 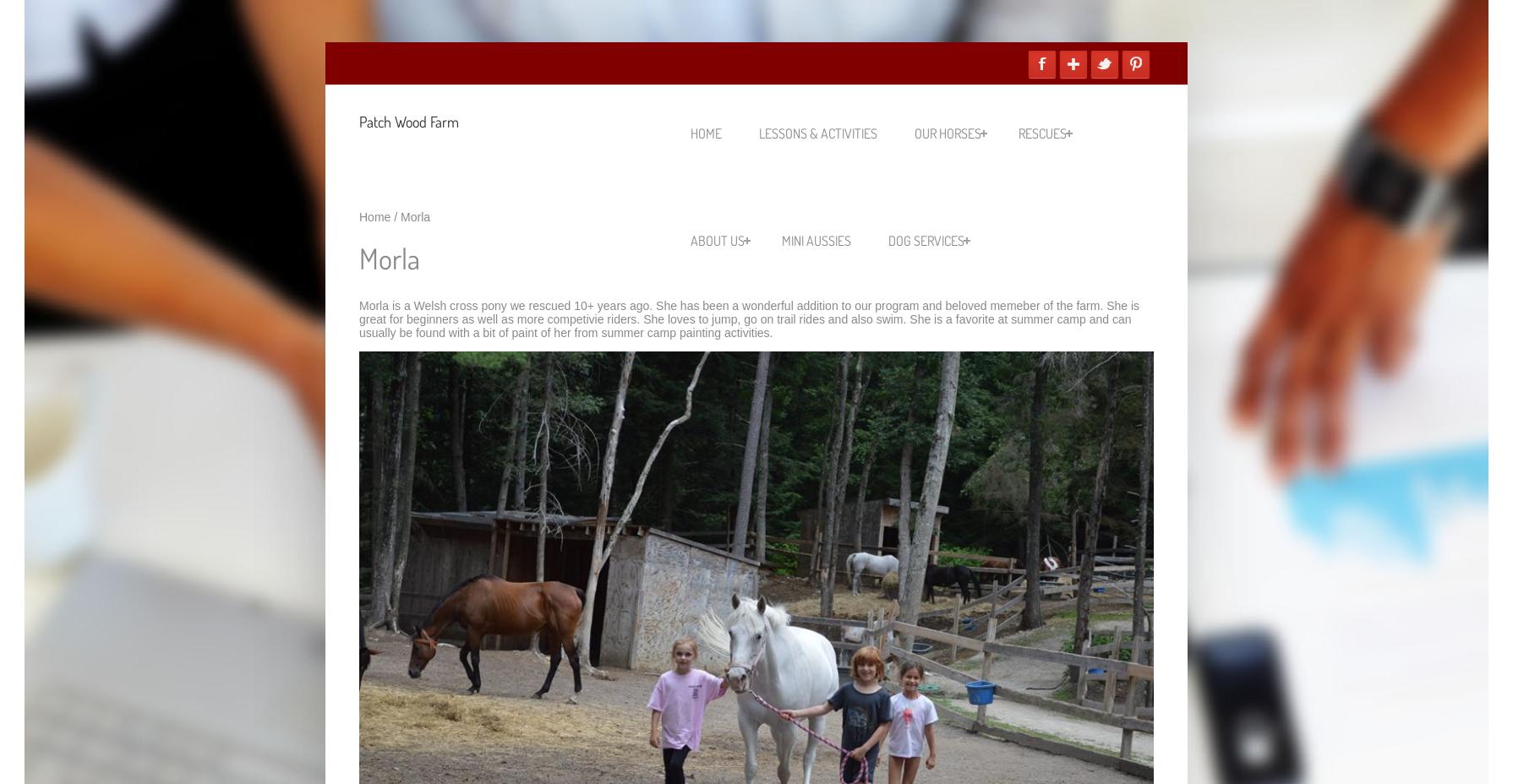 I want to click on 'Lessons & Activities', so click(x=818, y=133).